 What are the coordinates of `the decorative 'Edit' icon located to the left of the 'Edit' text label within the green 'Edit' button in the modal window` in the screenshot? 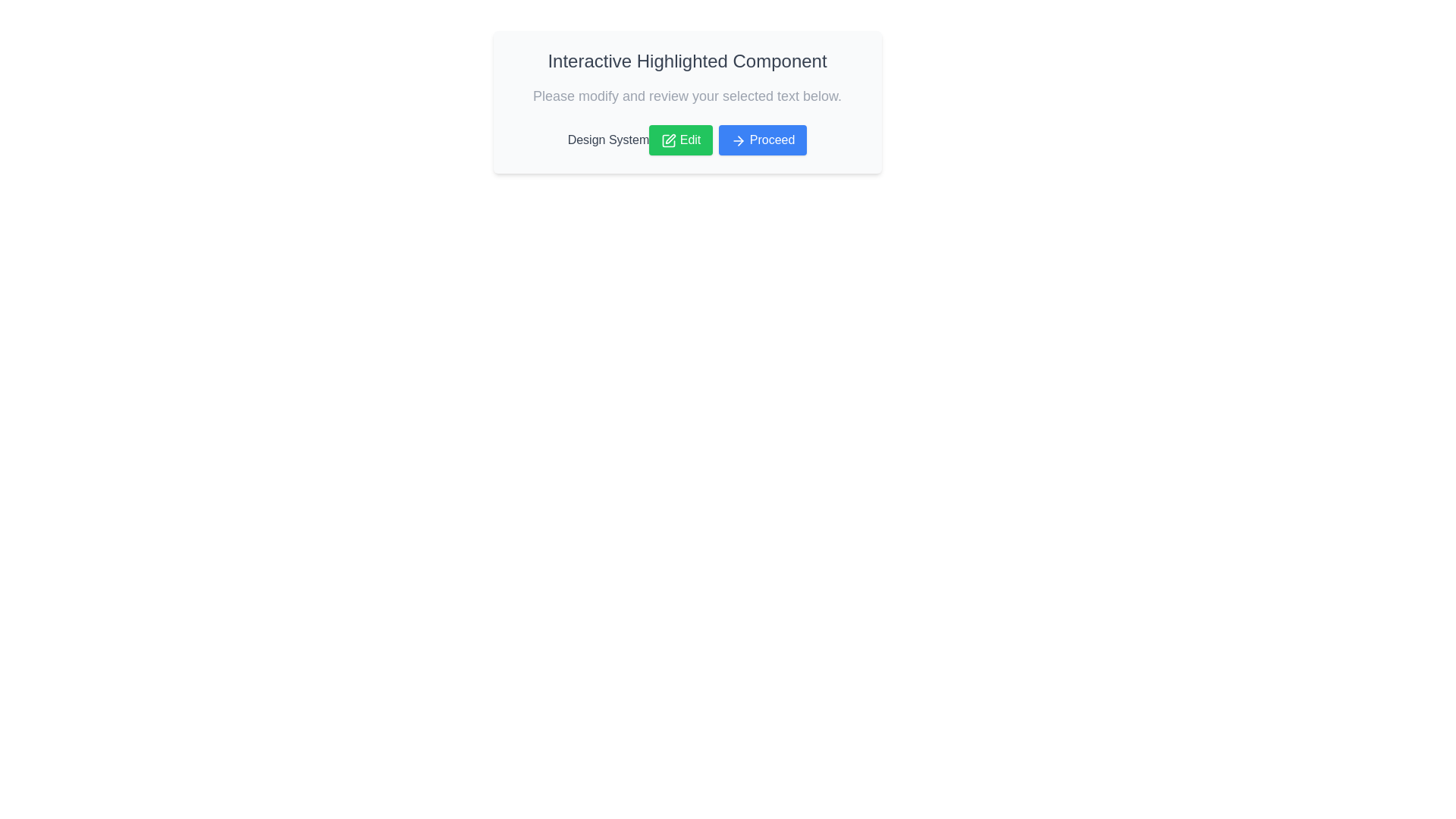 It's located at (668, 140).